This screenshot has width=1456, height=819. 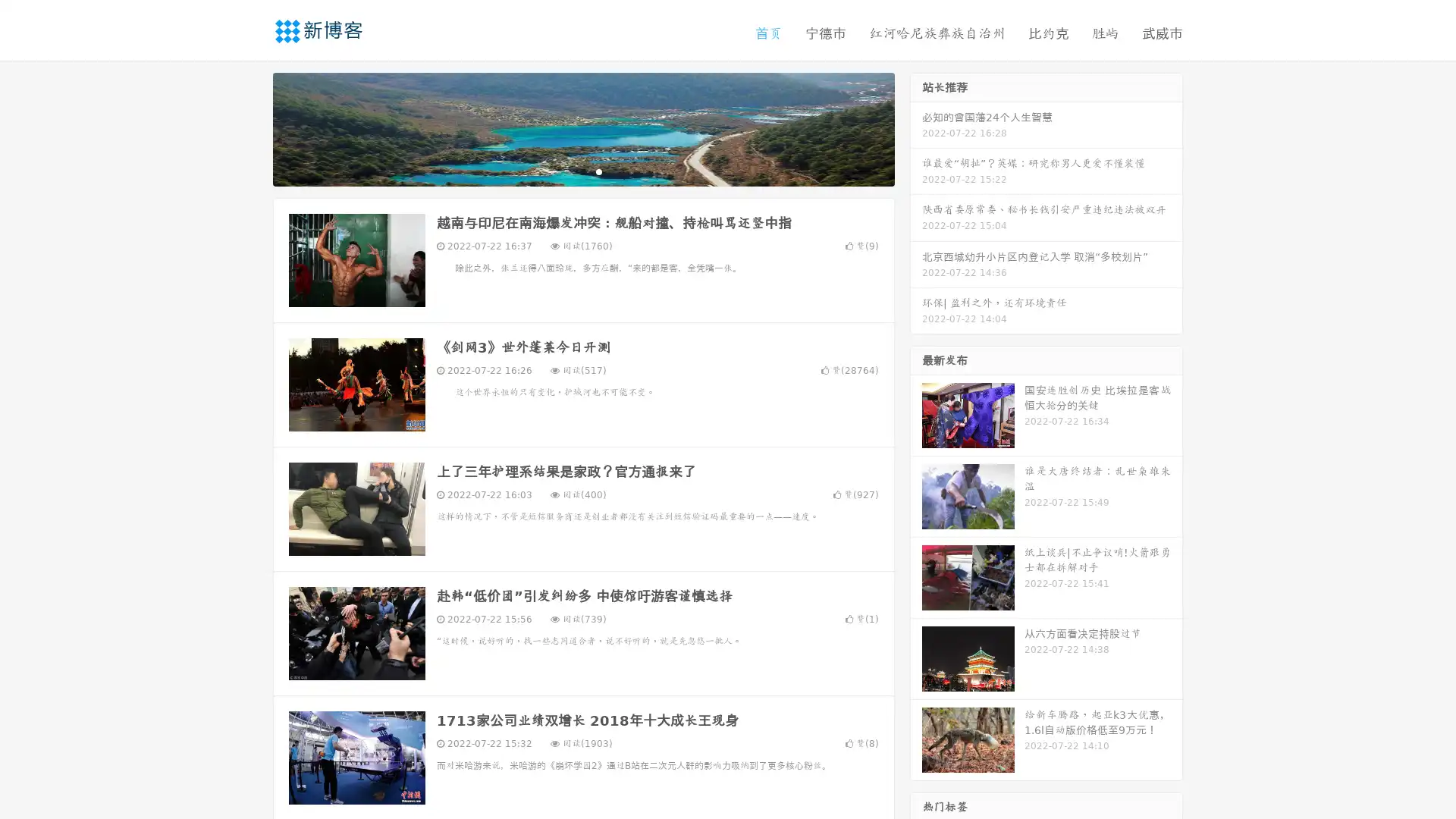 What do you see at coordinates (250, 127) in the screenshot?
I see `Previous slide` at bounding box center [250, 127].